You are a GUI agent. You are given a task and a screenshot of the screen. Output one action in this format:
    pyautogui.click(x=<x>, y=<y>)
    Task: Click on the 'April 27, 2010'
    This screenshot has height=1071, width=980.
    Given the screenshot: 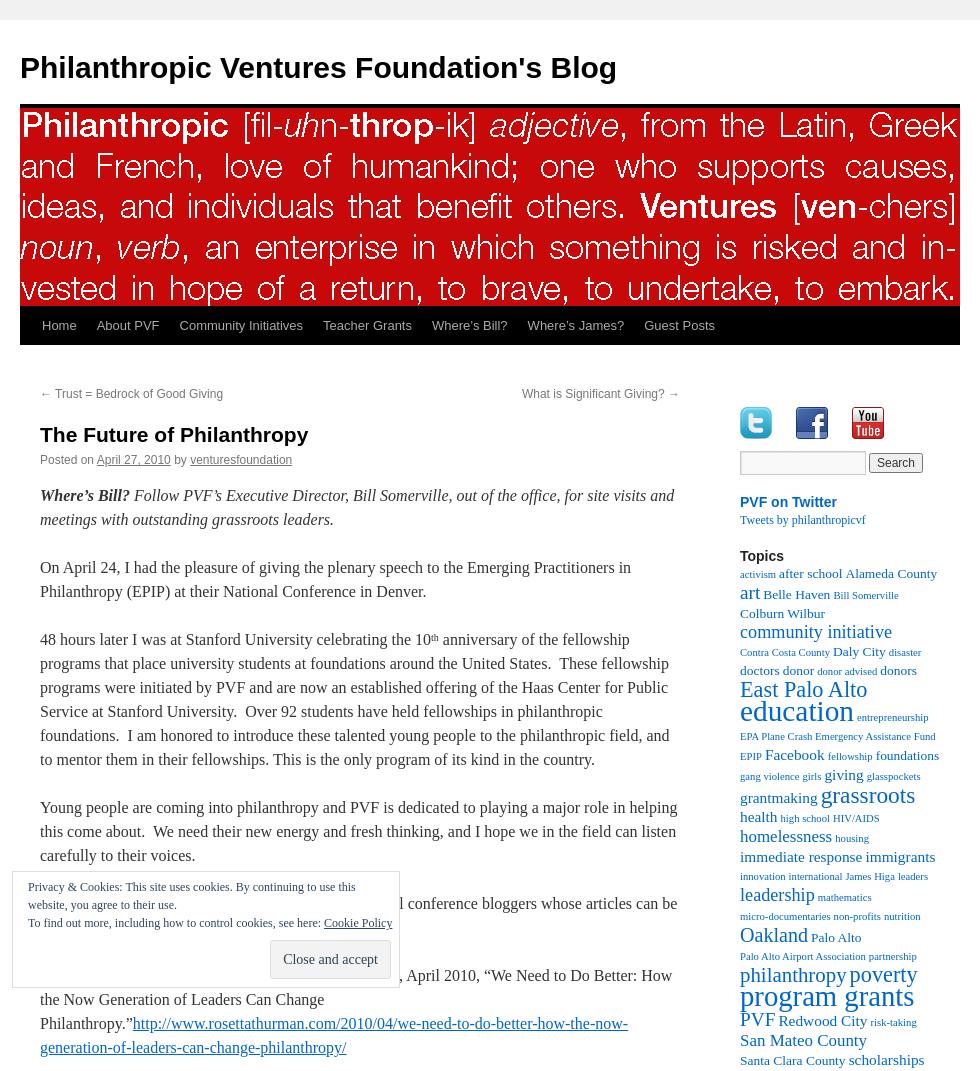 What is the action you would take?
    pyautogui.click(x=132, y=459)
    